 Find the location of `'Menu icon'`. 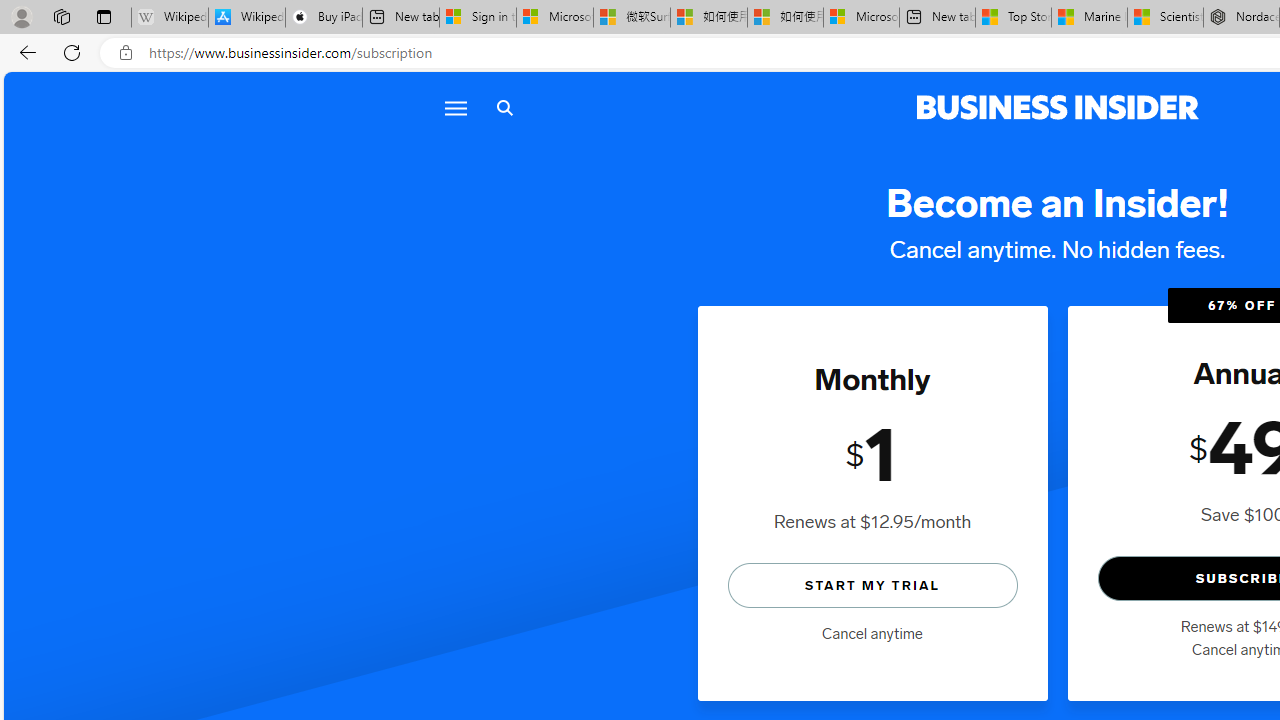

'Menu icon' is located at coordinates (454, 108).